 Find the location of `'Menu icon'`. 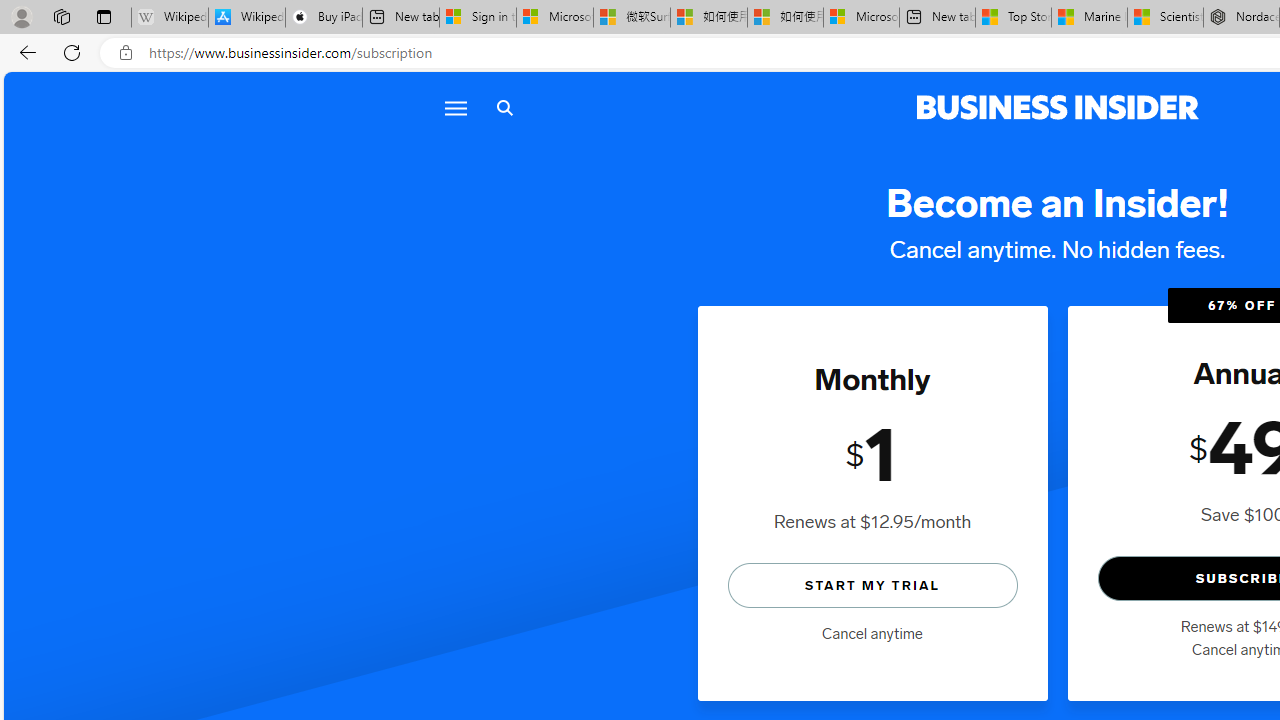

'Menu icon' is located at coordinates (454, 108).